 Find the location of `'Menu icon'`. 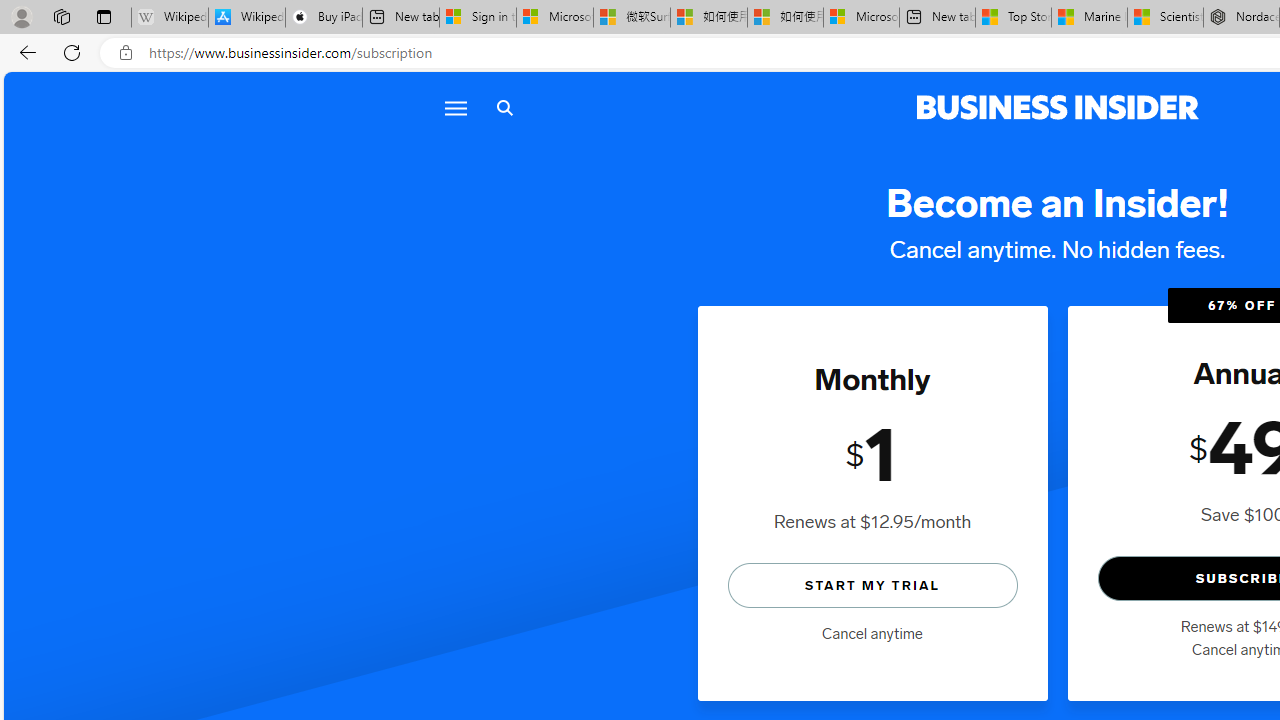

'Menu icon' is located at coordinates (454, 108).